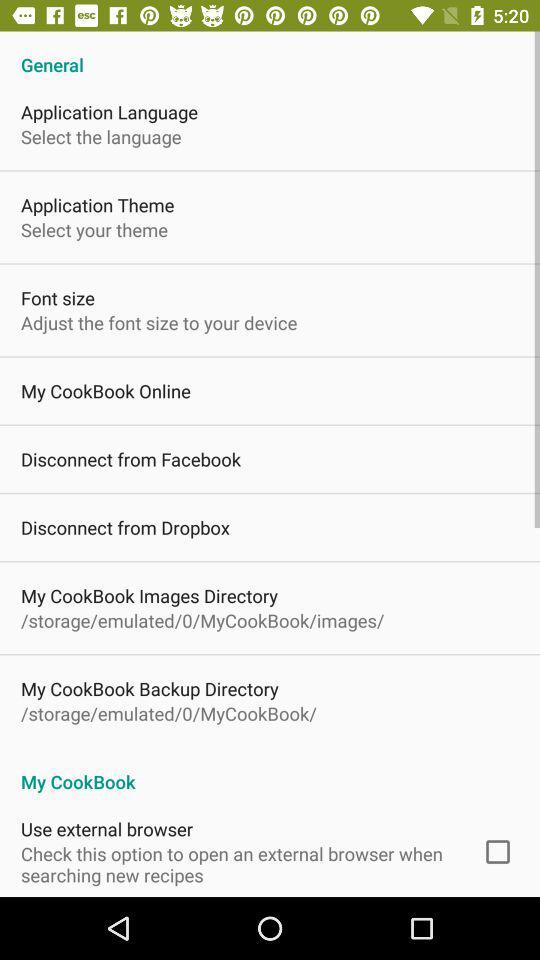 The width and height of the screenshot is (540, 960). What do you see at coordinates (238, 863) in the screenshot?
I see `check this option icon` at bounding box center [238, 863].